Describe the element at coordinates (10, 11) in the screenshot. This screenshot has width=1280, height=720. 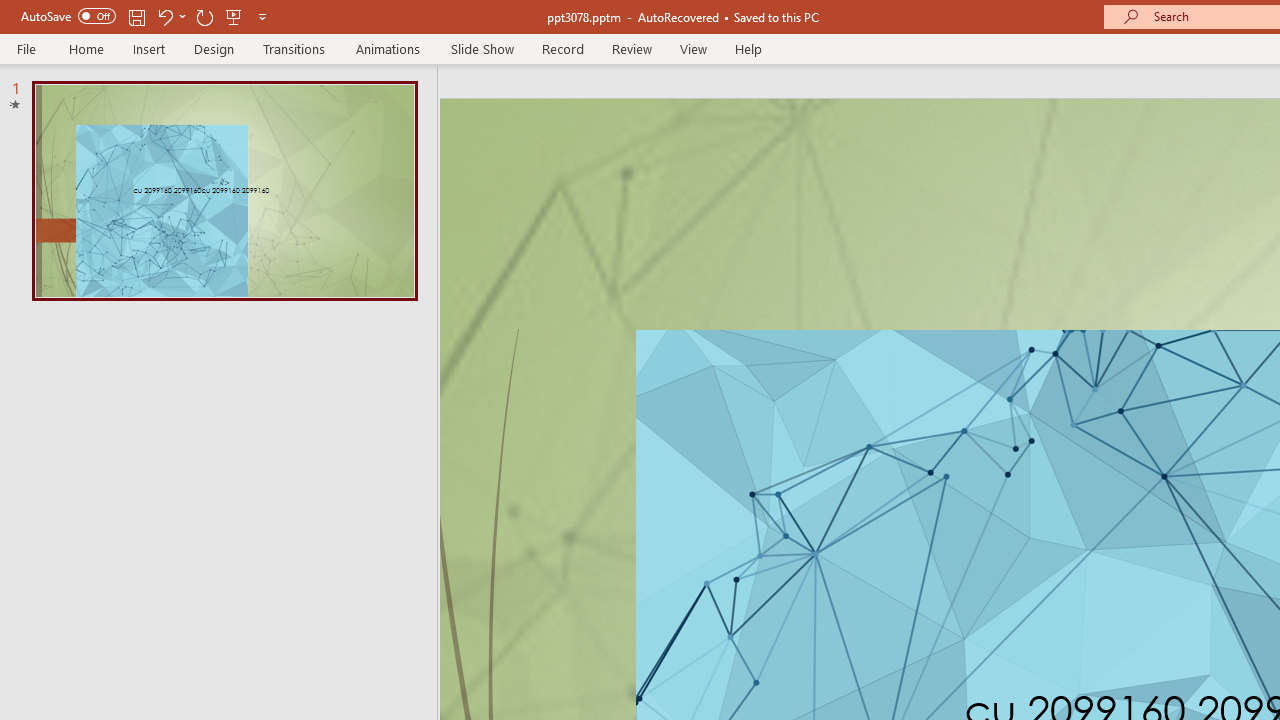
I see `'System'` at that location.